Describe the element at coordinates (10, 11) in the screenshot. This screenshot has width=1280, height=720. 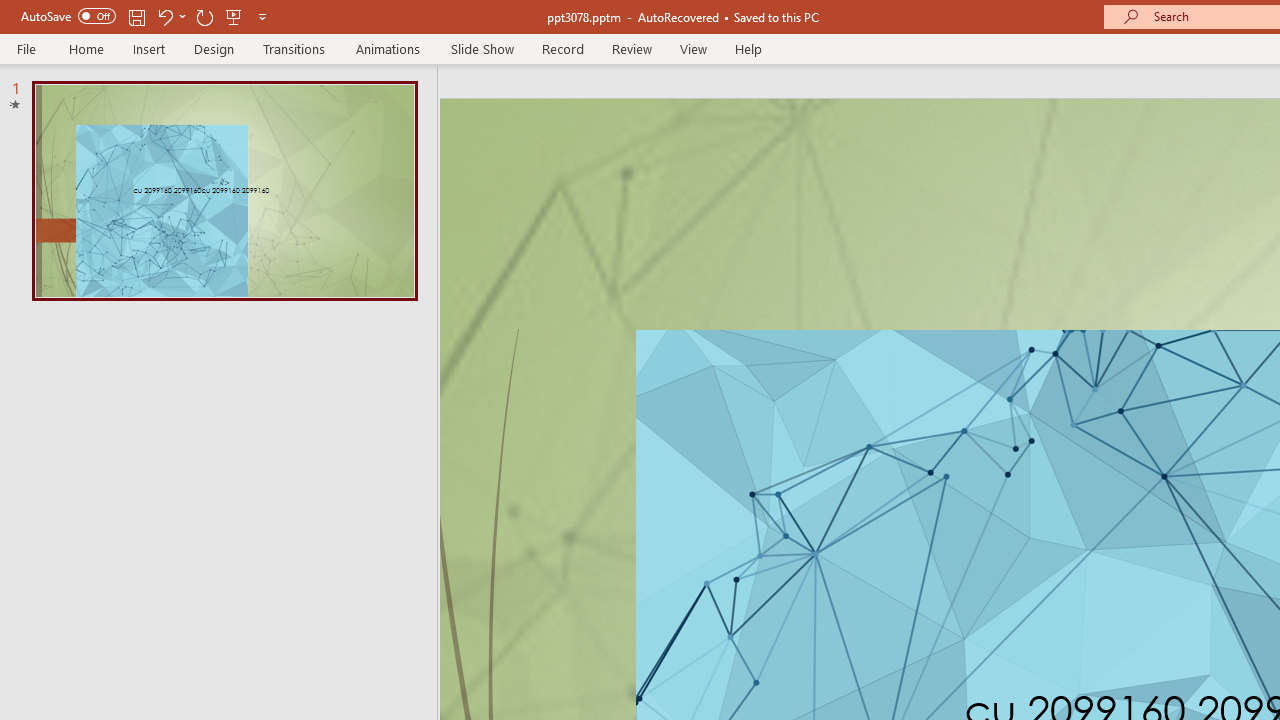
I see `'System'` at that location.